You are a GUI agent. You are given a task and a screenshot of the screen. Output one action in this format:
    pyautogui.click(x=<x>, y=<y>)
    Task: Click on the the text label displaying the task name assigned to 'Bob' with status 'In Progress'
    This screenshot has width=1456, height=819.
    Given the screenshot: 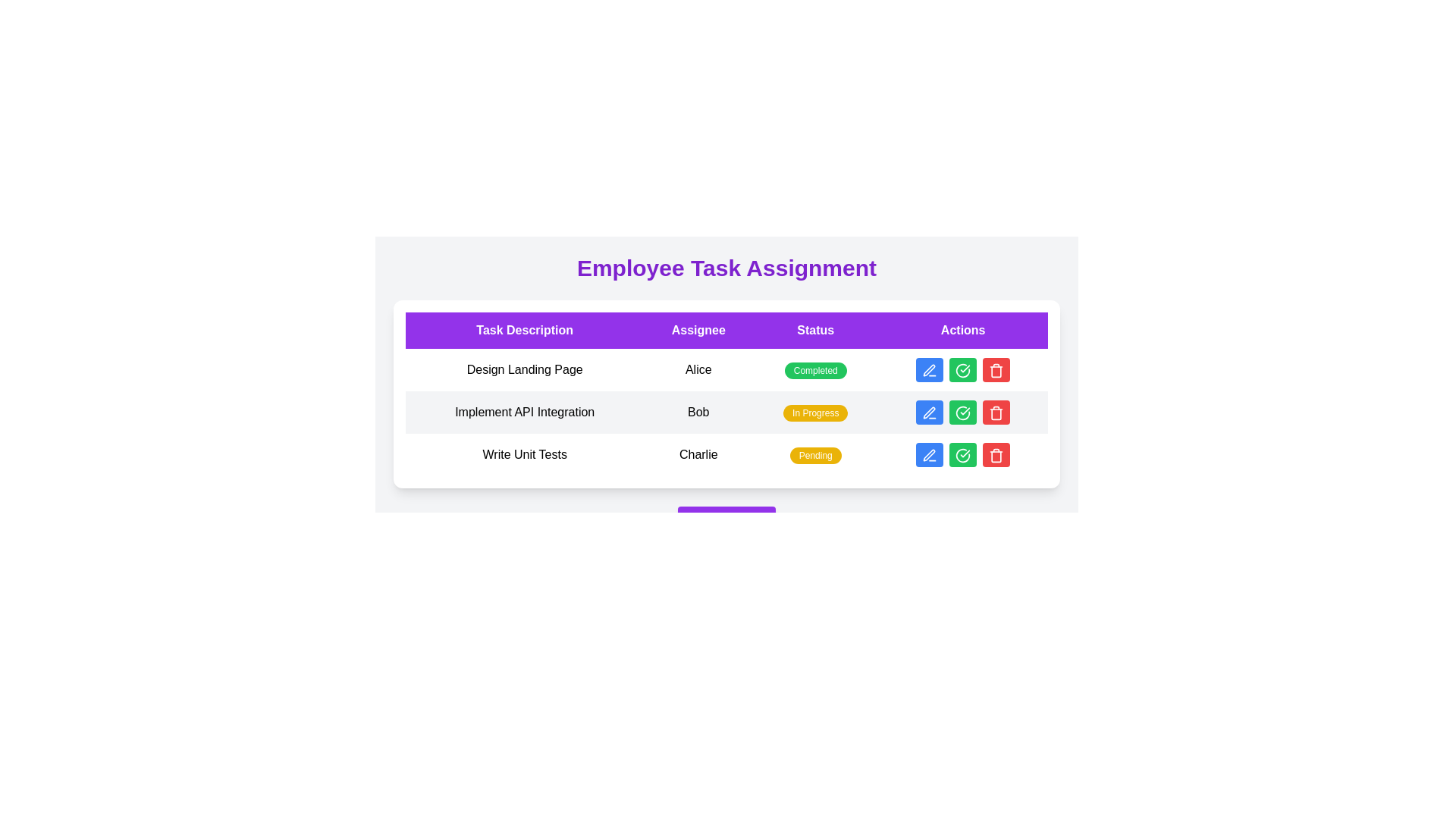 What is the action you would take?
    pyautogui.click(x=525, y=412)
    